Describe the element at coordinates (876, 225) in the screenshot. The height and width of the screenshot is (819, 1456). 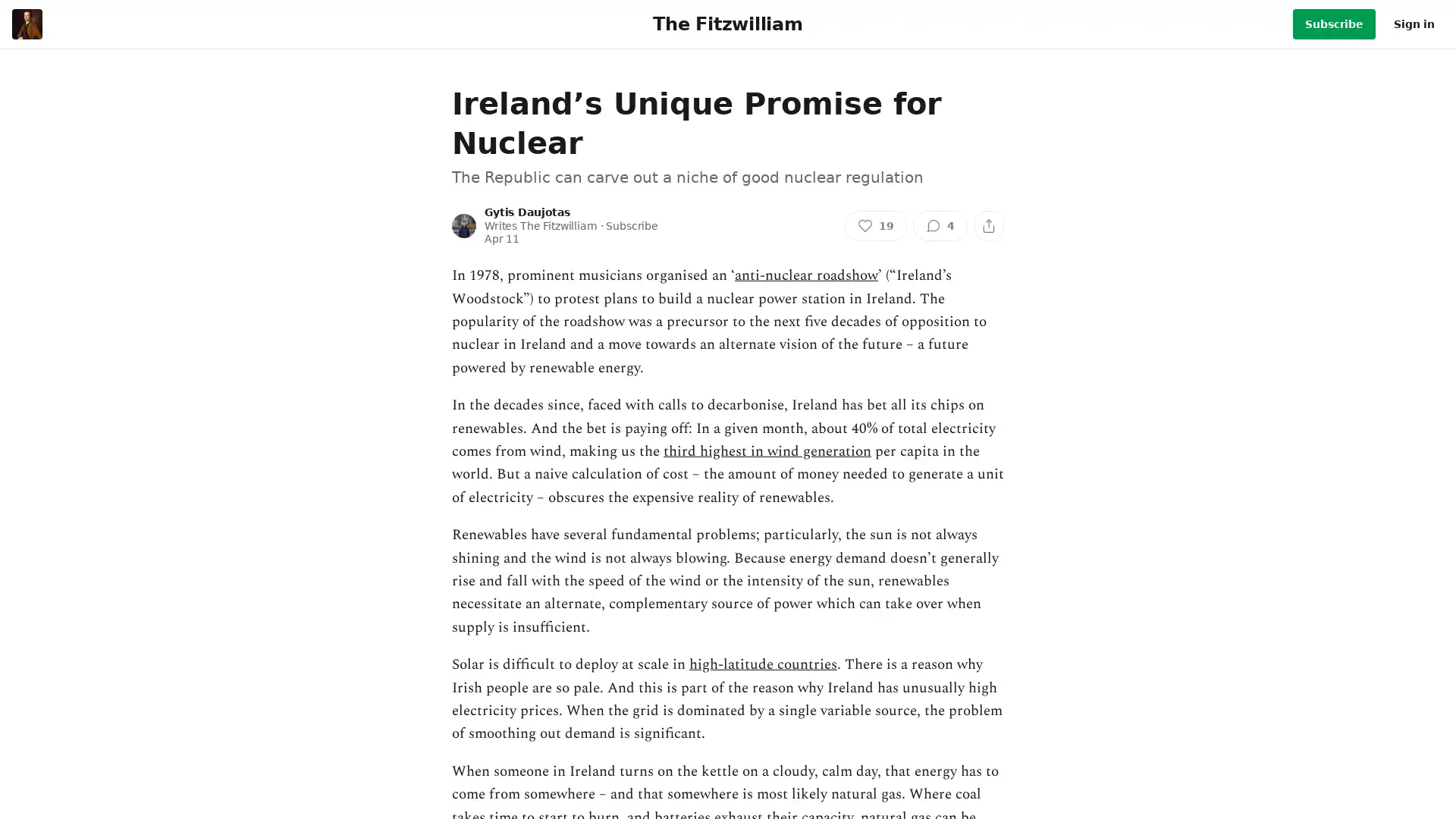
I see `19` at that location.